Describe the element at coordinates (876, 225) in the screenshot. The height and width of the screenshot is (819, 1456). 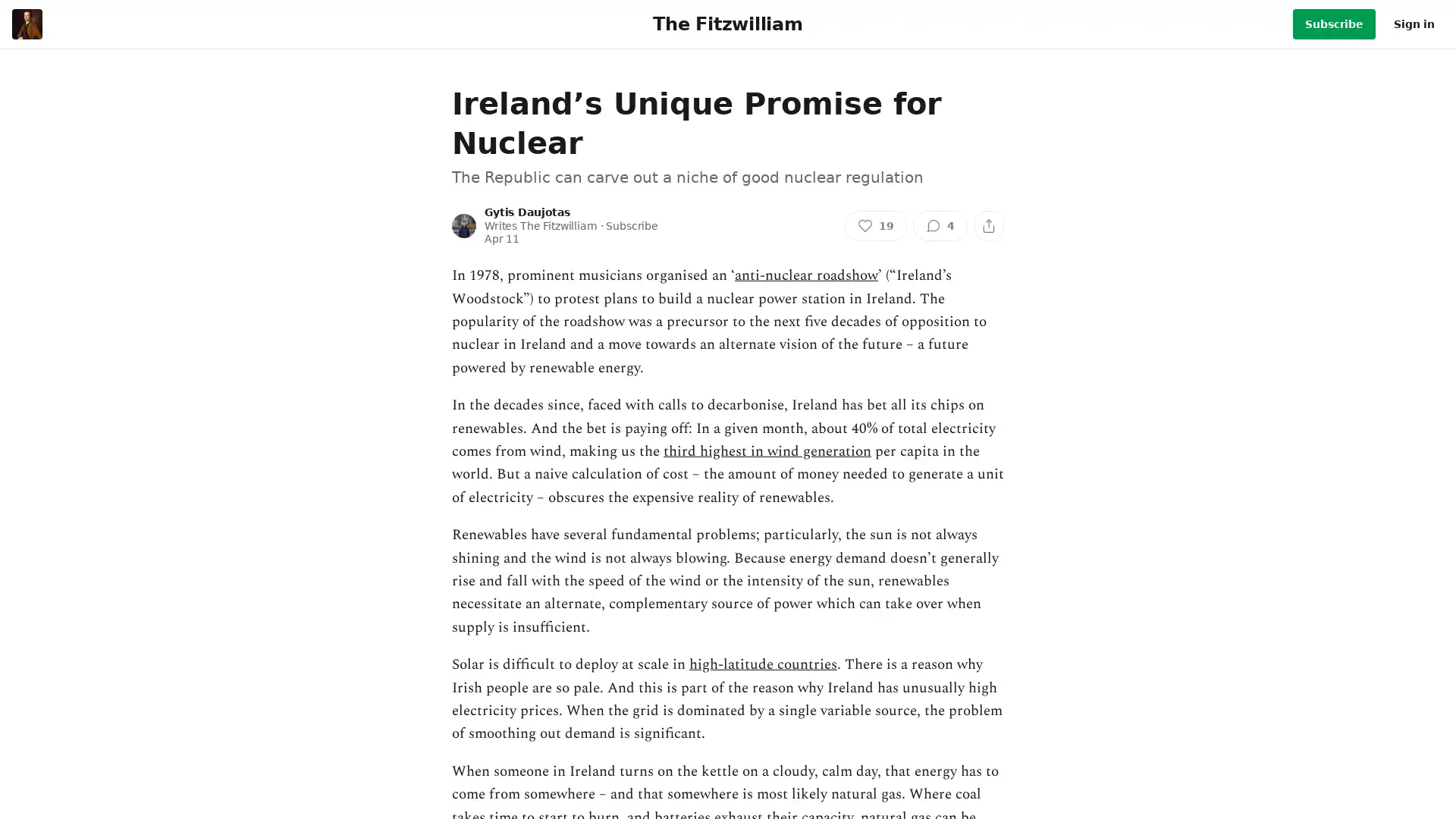
I see `19` at that location.